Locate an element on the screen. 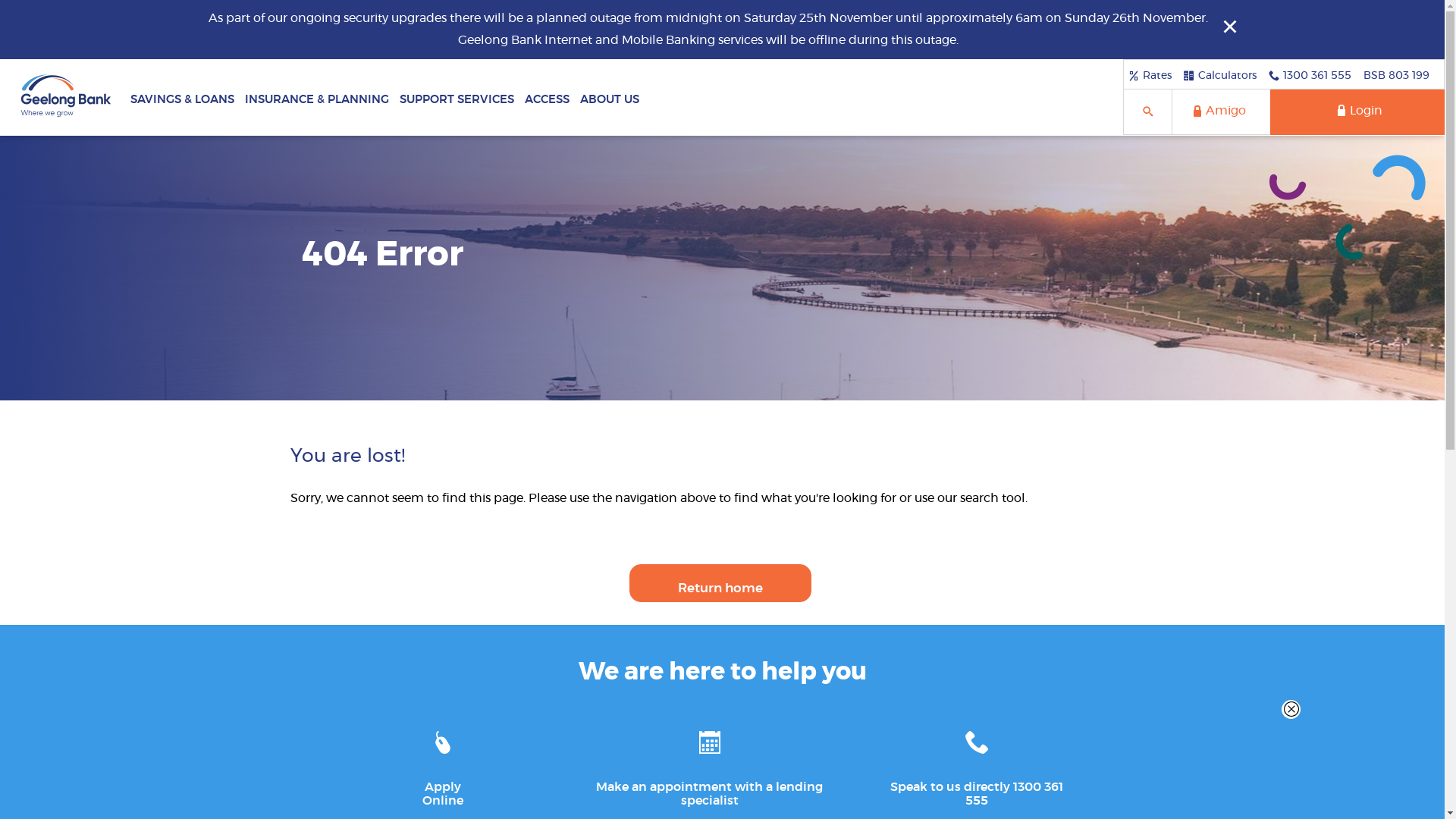 The image size is (1456, 819). 'Calculators' is located at coordinates (1219, 75).